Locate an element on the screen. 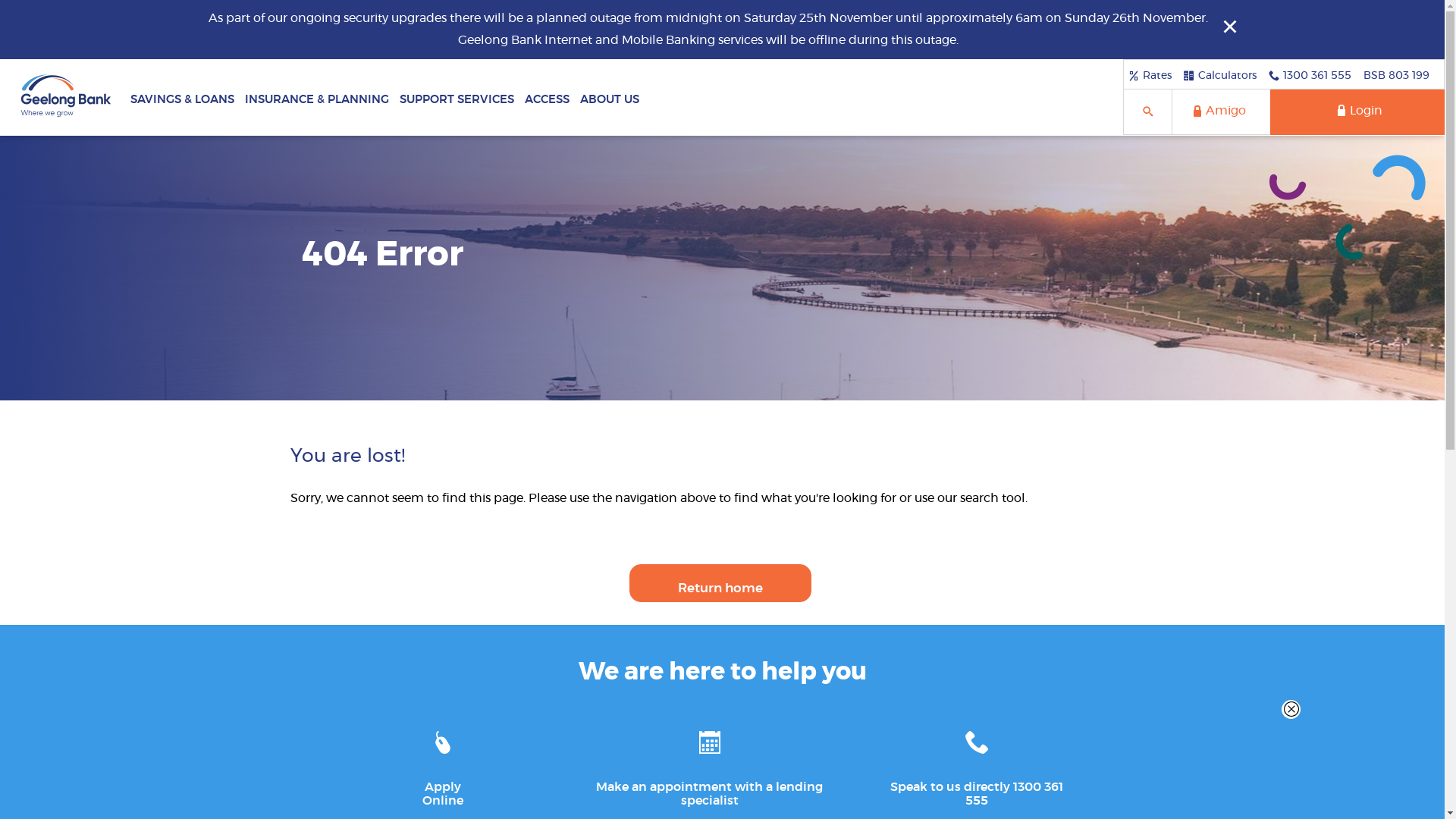 The image size is (1456, 819). 'Calculators' is located at coordinates (1219, 75).